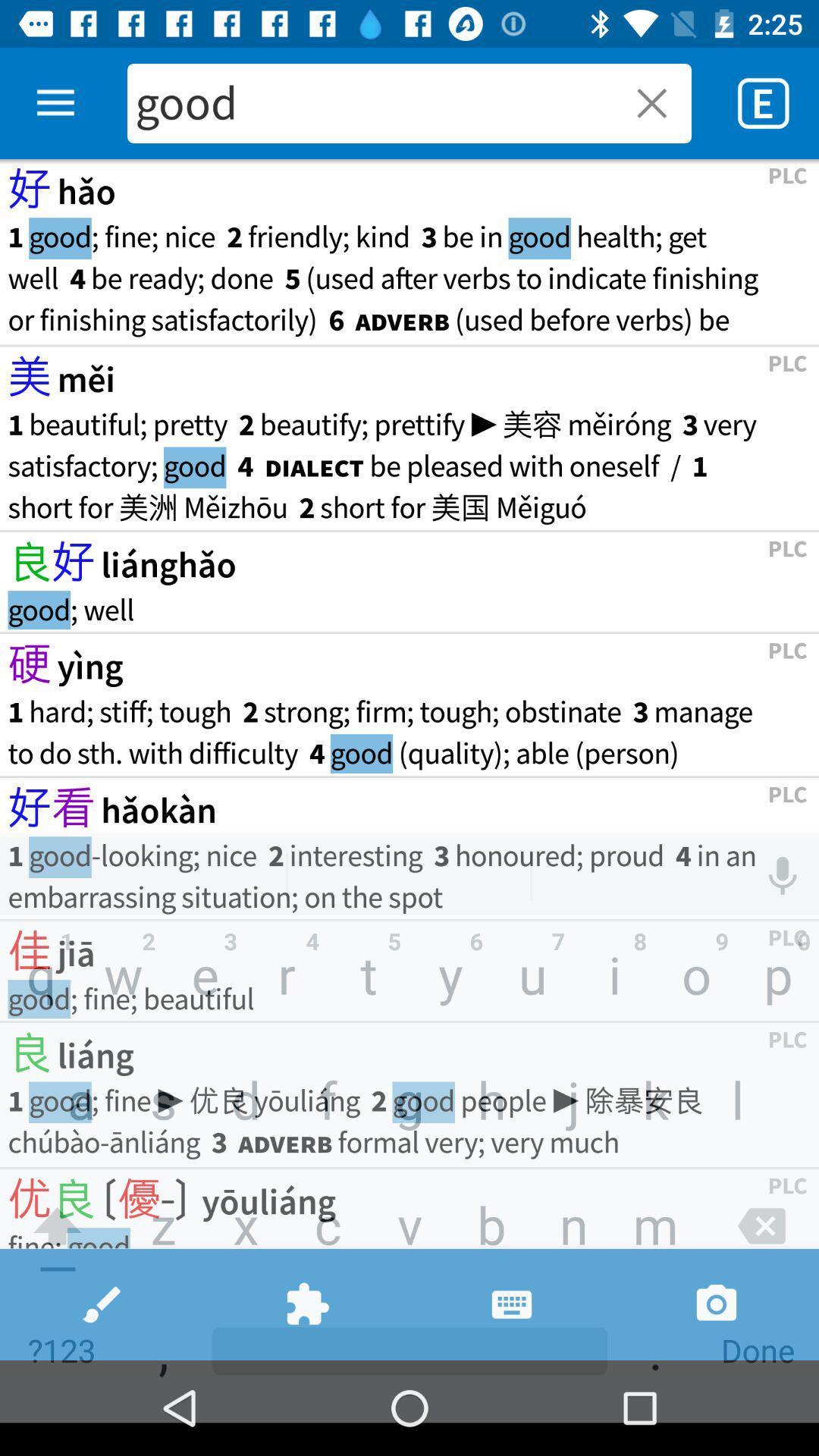 This screenshot has height=1456, width=819. What do you see at coordinates (643, 102) in the screenshot?
I see `icon on the right side of good` at bounding box center [643, 102].